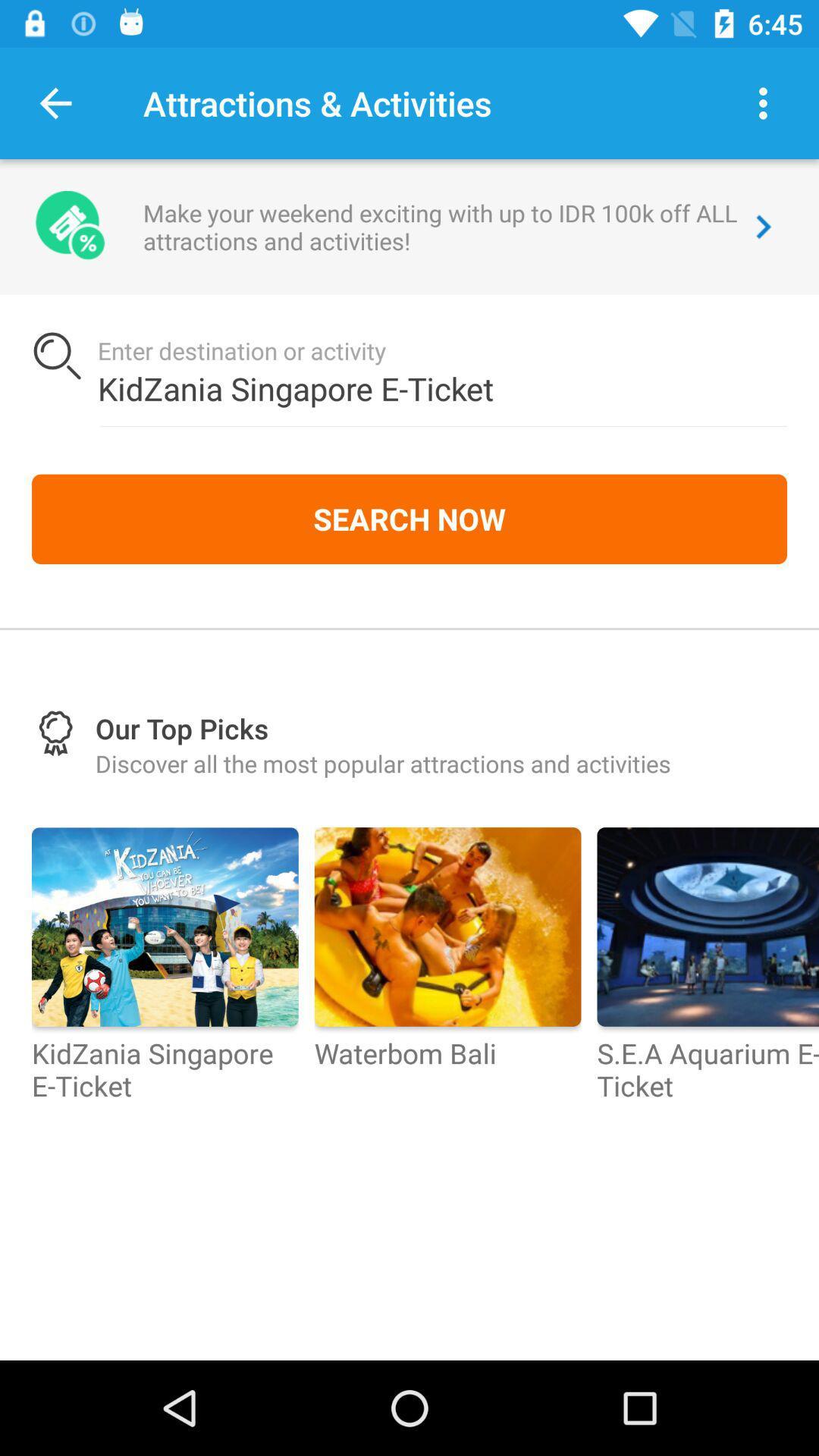  What do you see at coordinates (409, 519) in the screenshot?
I see `the search now` at bounding box center [409, 519].